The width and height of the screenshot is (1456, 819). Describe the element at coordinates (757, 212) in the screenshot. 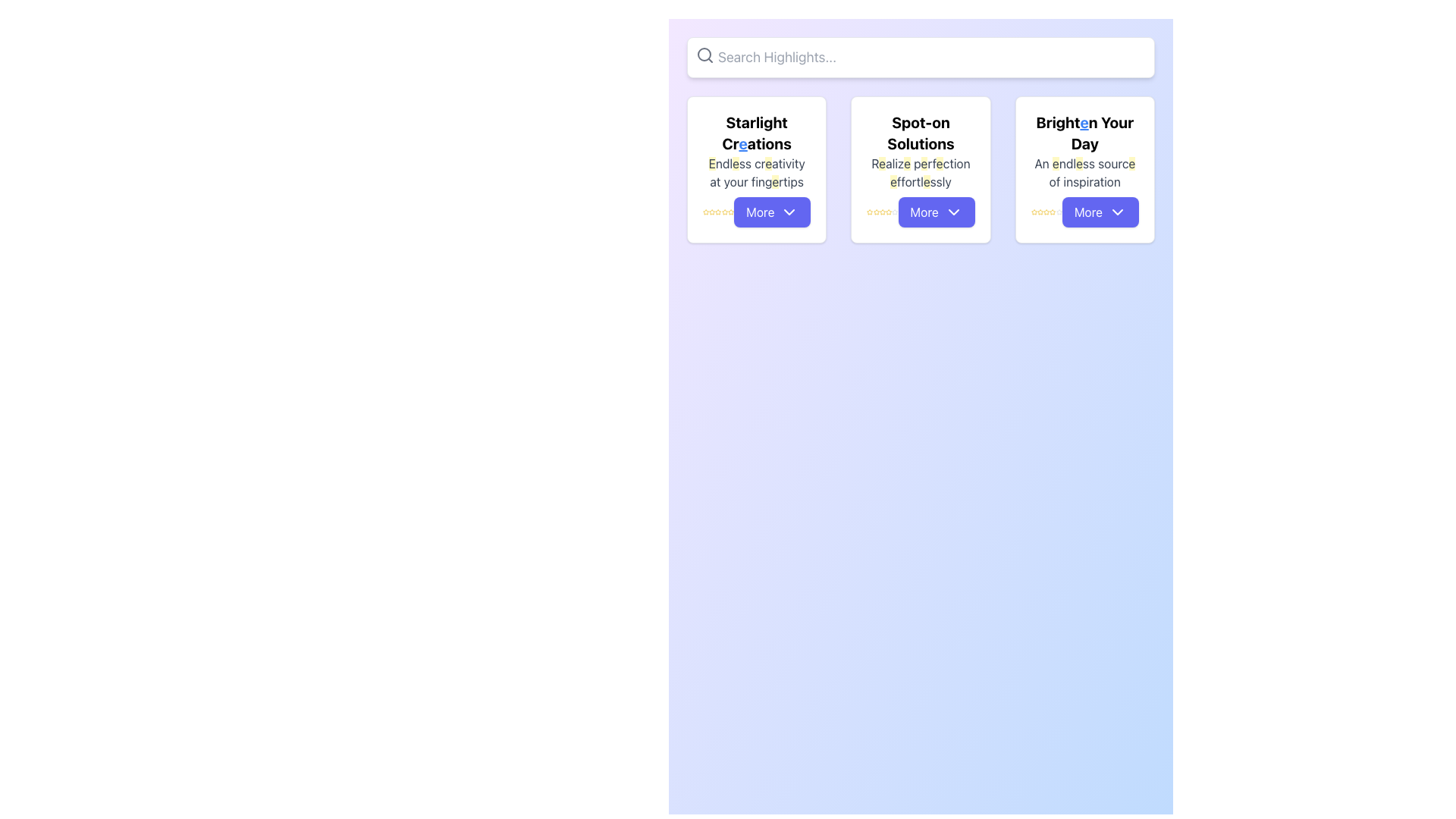

I see `the 'More' button located at the bottom-right corner of the card titled 'Starlight Creations', which enables users` at that location.